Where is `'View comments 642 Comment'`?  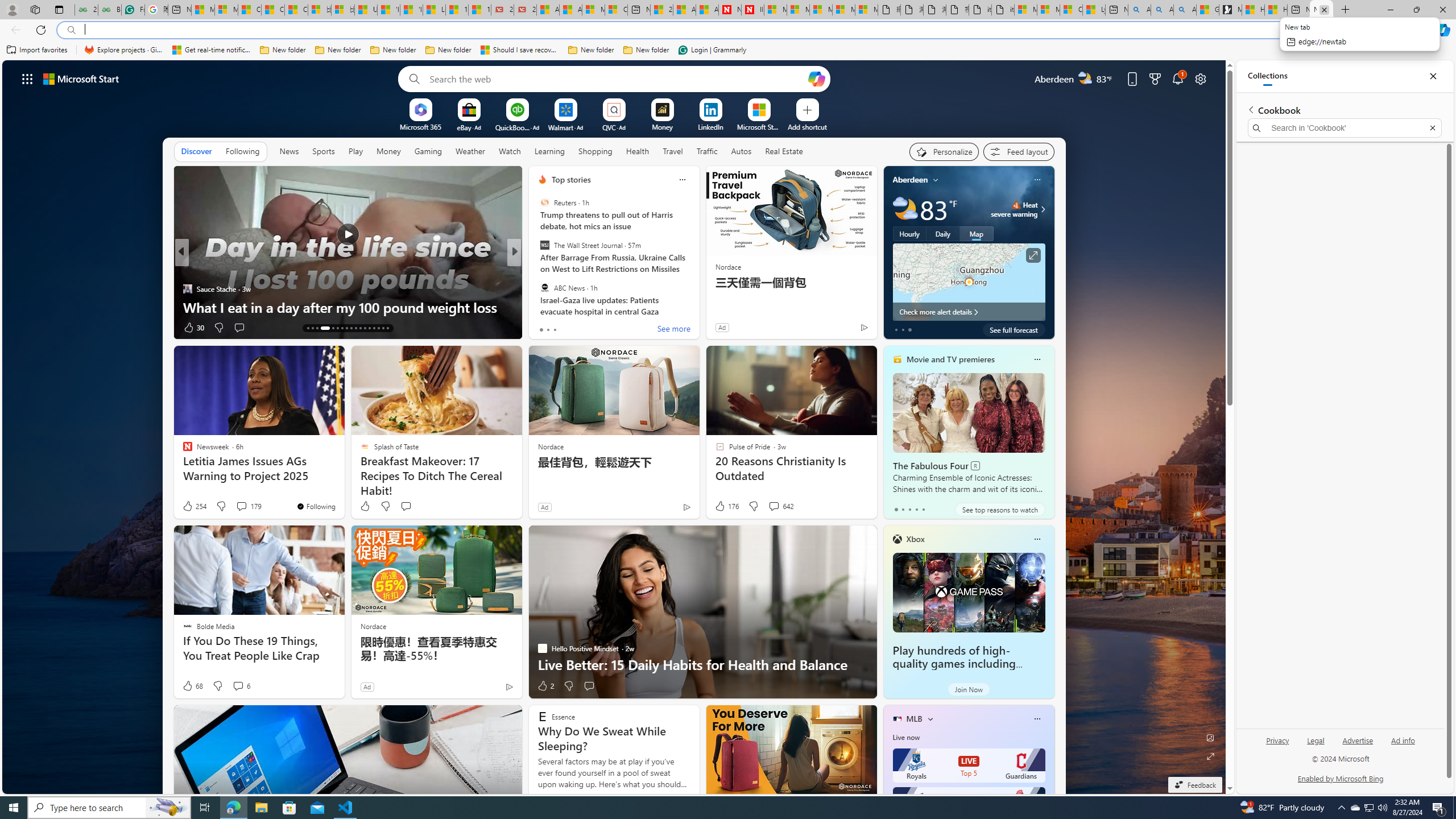 'View comments 642 Comment' is located at coordinates (780, 505).